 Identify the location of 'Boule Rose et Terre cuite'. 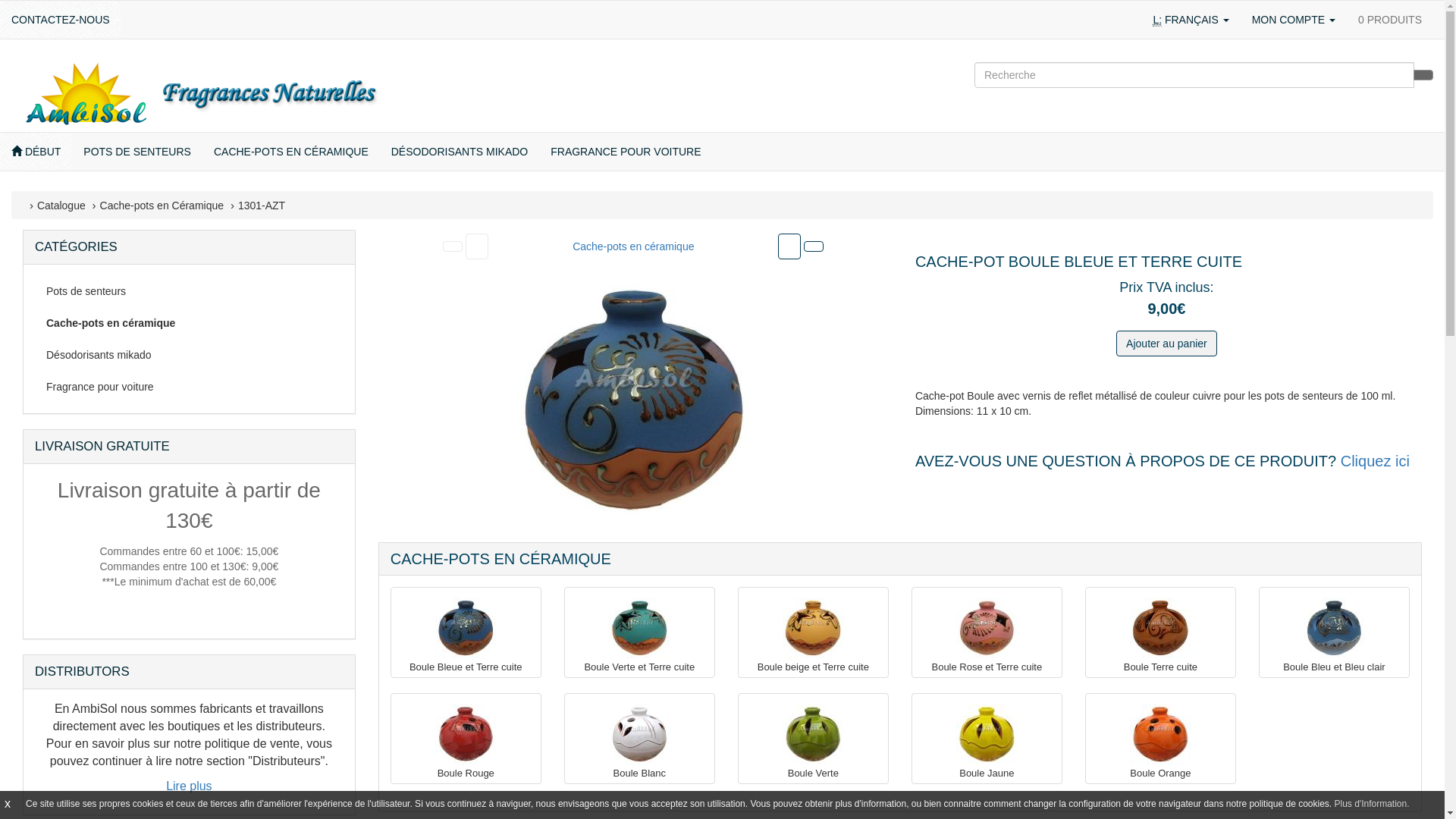
(986, 628).